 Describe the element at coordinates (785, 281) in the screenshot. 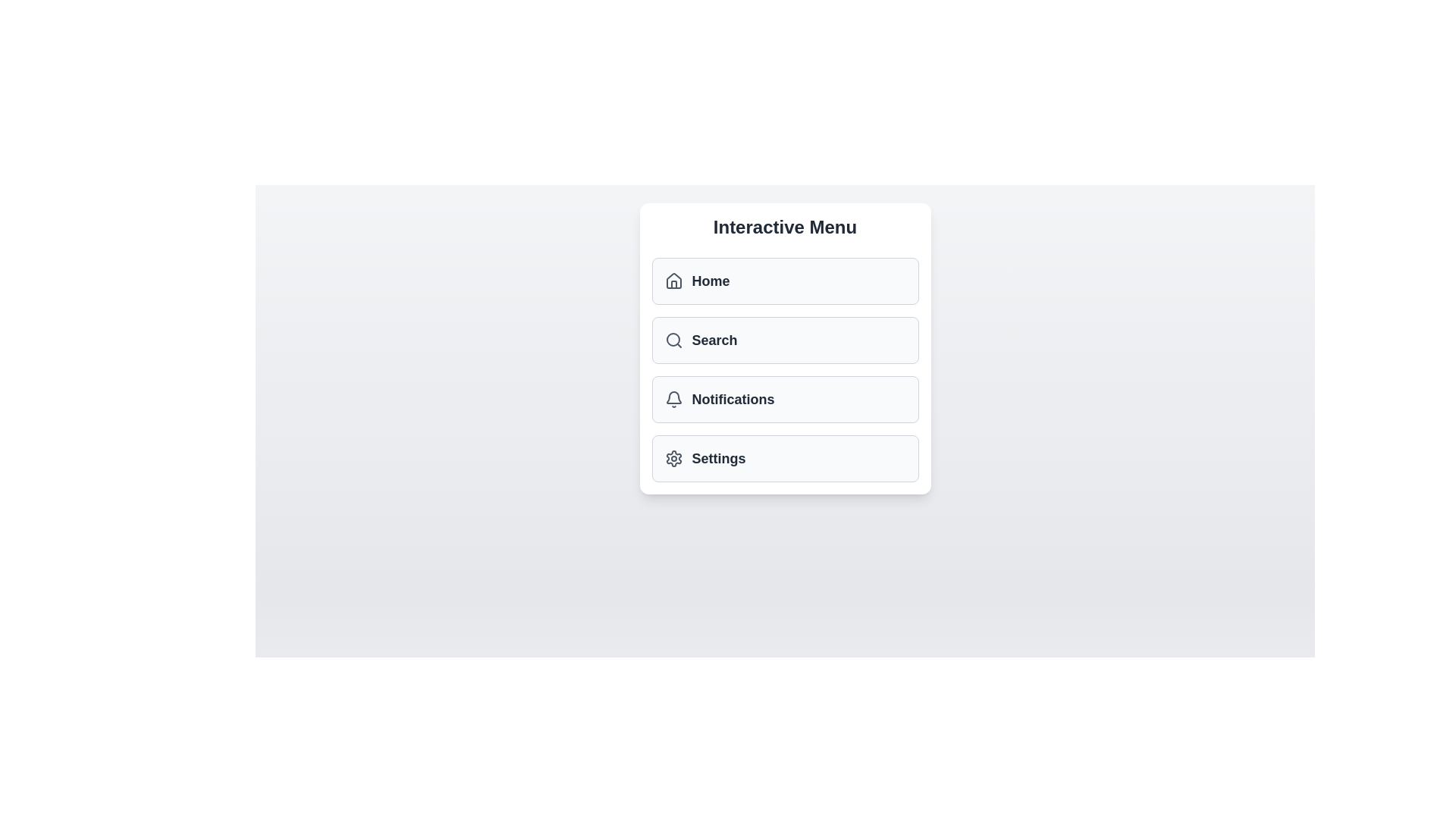

I see `the 'Home' menu item to activate it` at that location.